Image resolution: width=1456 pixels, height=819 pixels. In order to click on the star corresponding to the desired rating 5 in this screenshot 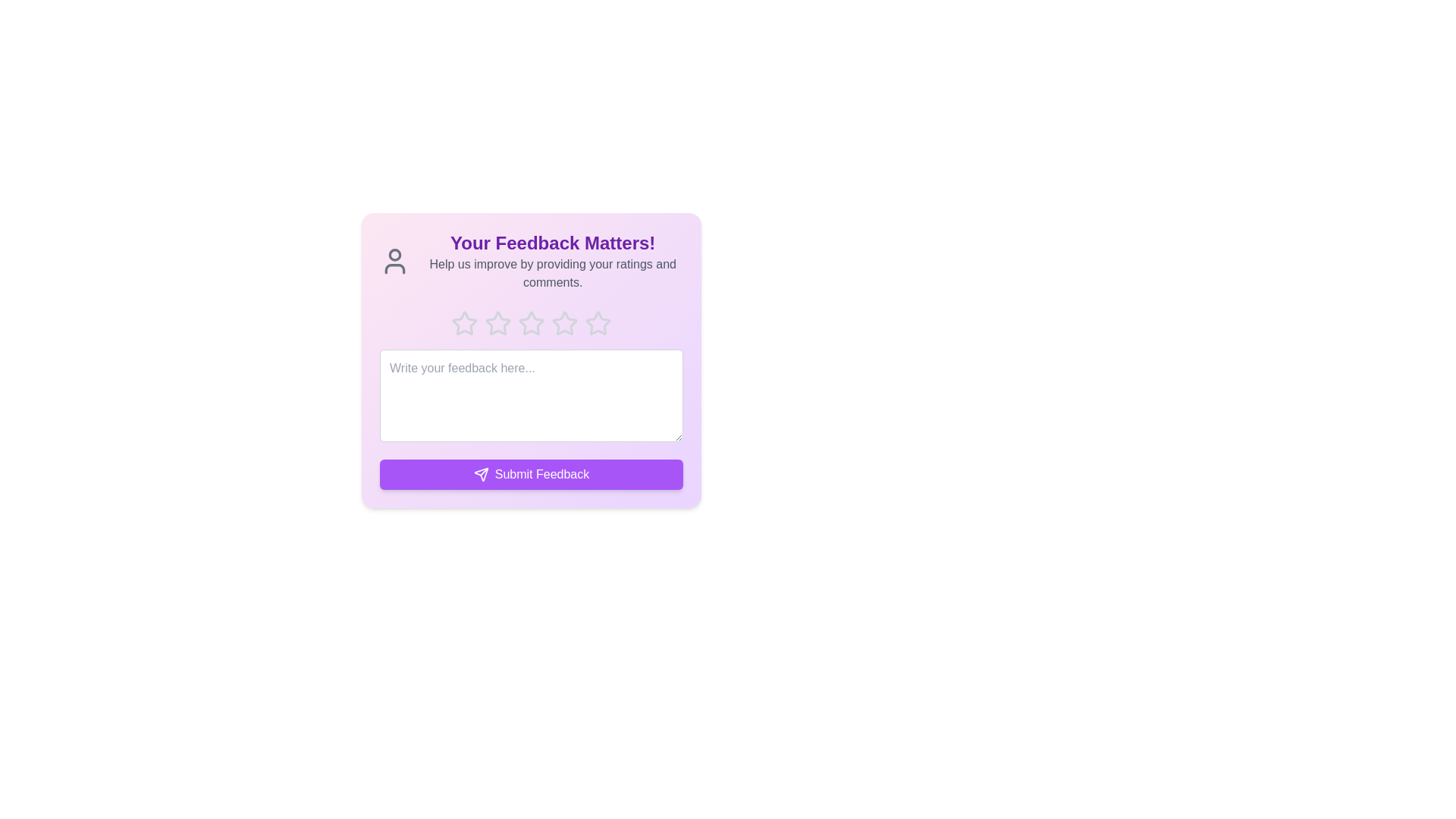, I will do `click(597, 323)`.